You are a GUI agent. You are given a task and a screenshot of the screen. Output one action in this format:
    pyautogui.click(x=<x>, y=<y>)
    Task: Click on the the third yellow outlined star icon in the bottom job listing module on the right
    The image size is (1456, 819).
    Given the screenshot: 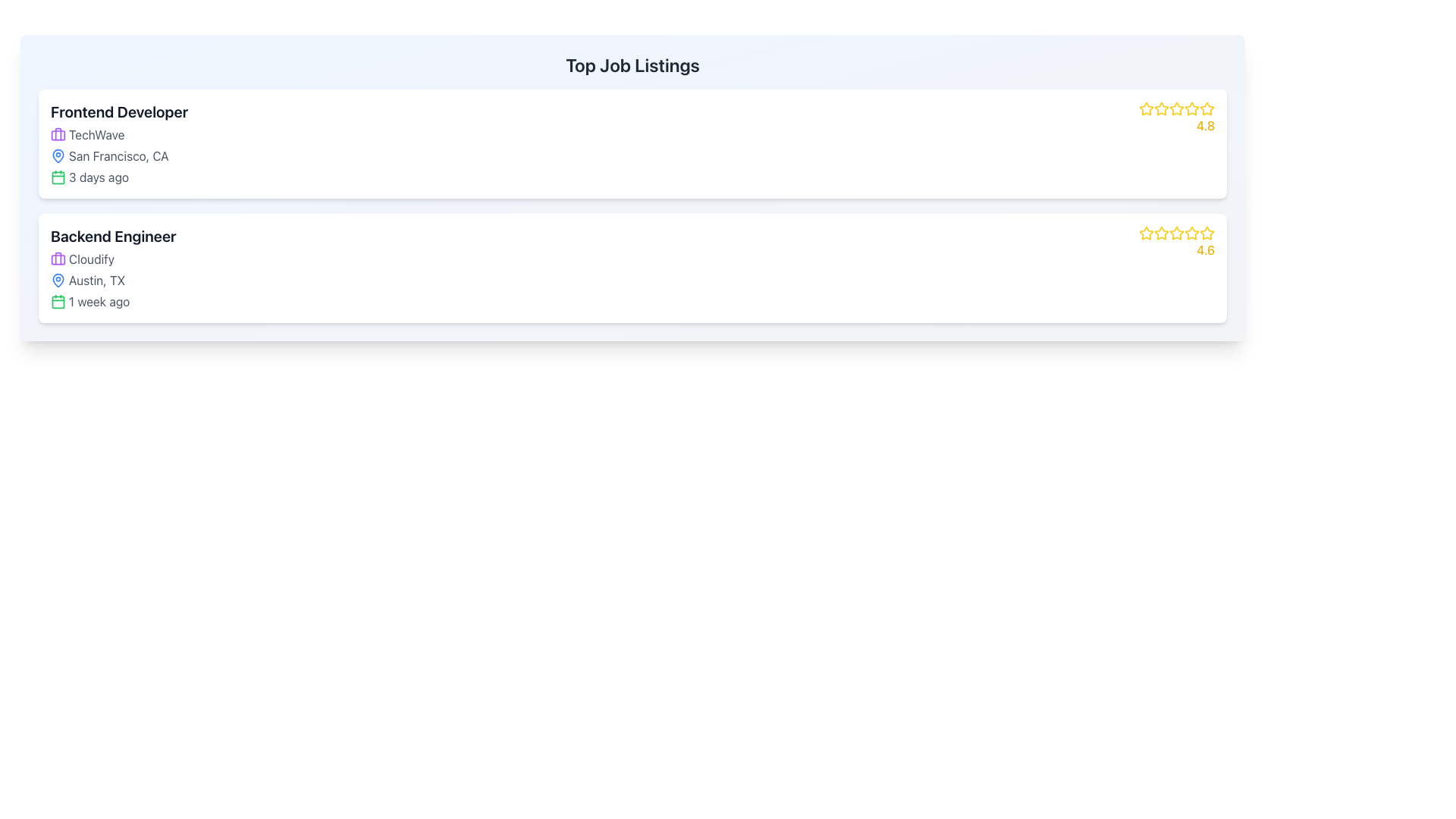 What is the action you would take?
    pyautogui.click(x=1175, y=234)
    